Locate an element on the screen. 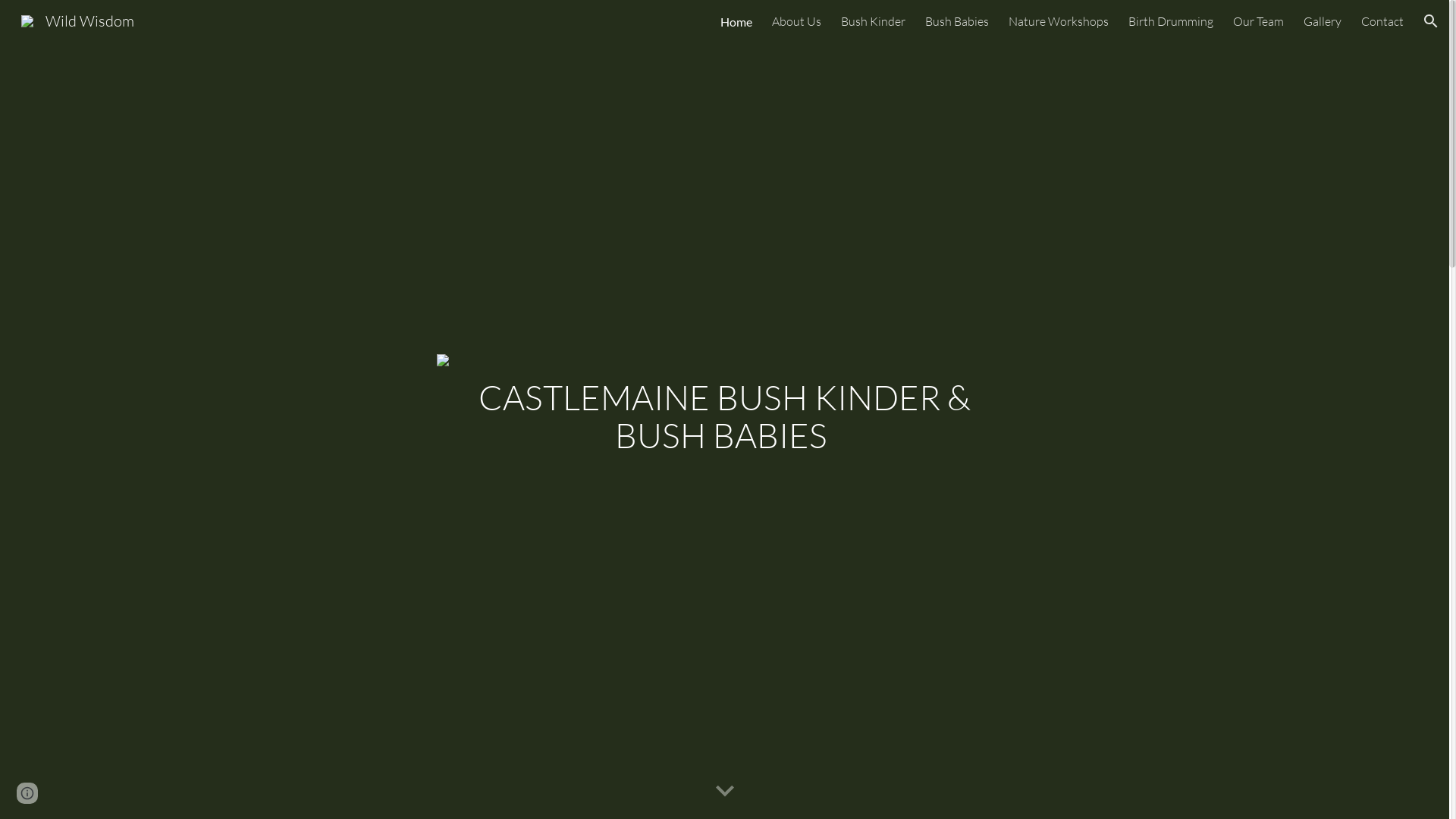  'Bush Babies' is located at coordinates (956, 20).